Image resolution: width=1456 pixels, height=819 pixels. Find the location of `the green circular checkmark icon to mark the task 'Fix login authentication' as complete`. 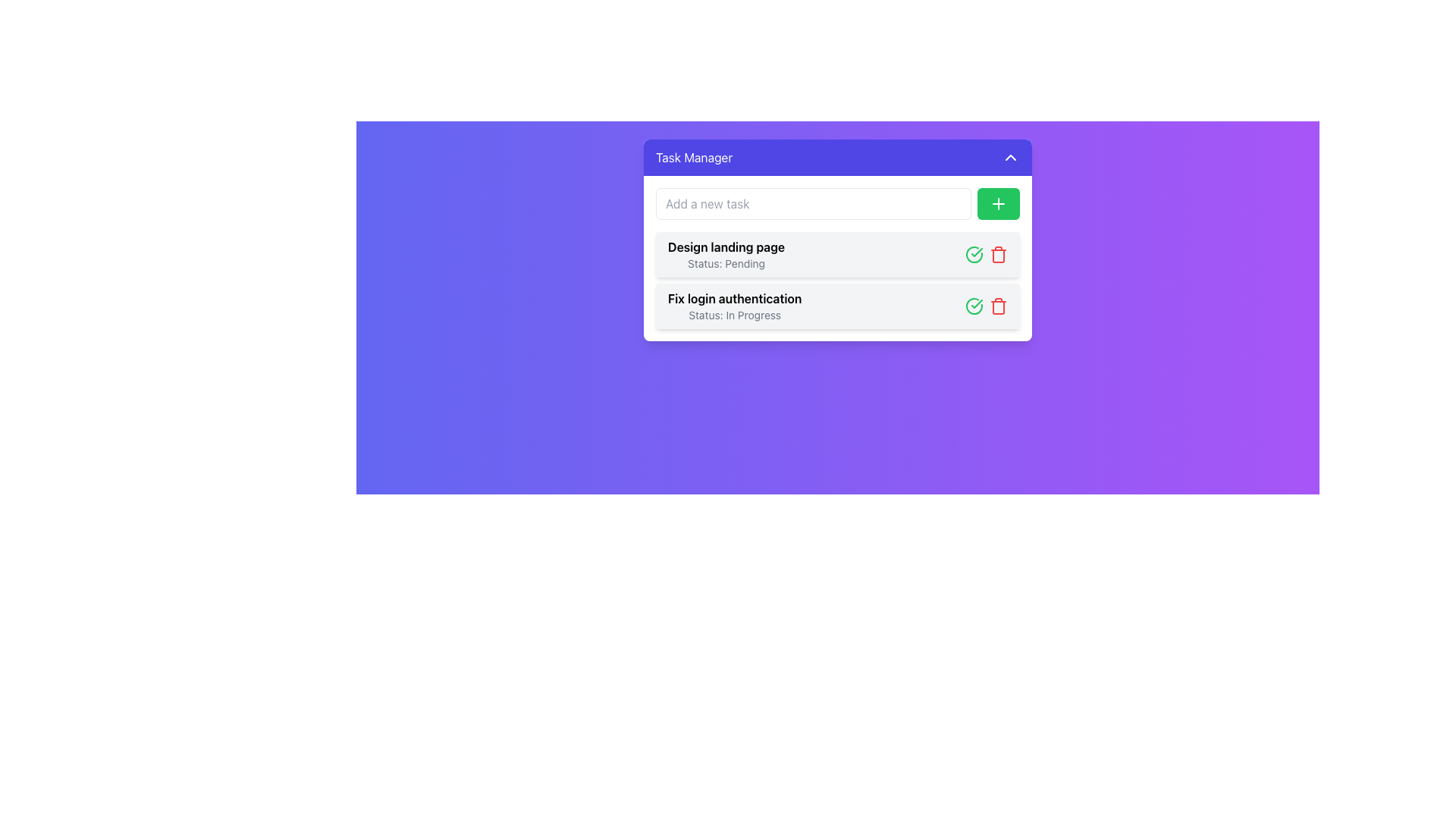

the green circular checkmark icon to mark the task 'Fix login authentication' as complete is located at coordinates (974, 253).